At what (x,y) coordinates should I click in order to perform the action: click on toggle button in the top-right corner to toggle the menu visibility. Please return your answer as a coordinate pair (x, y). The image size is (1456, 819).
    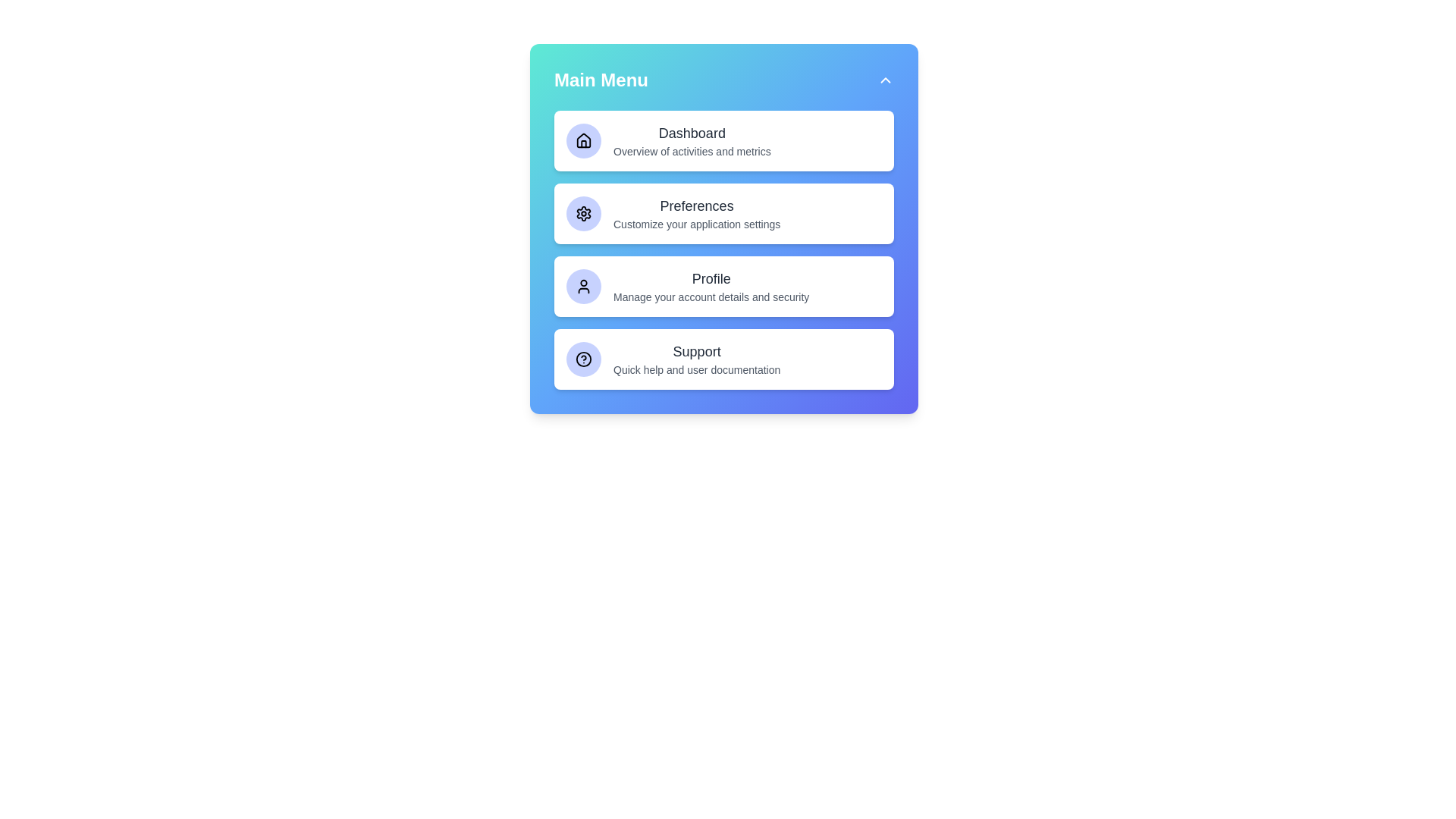
    Looking at the image, I should click on (885, 80).